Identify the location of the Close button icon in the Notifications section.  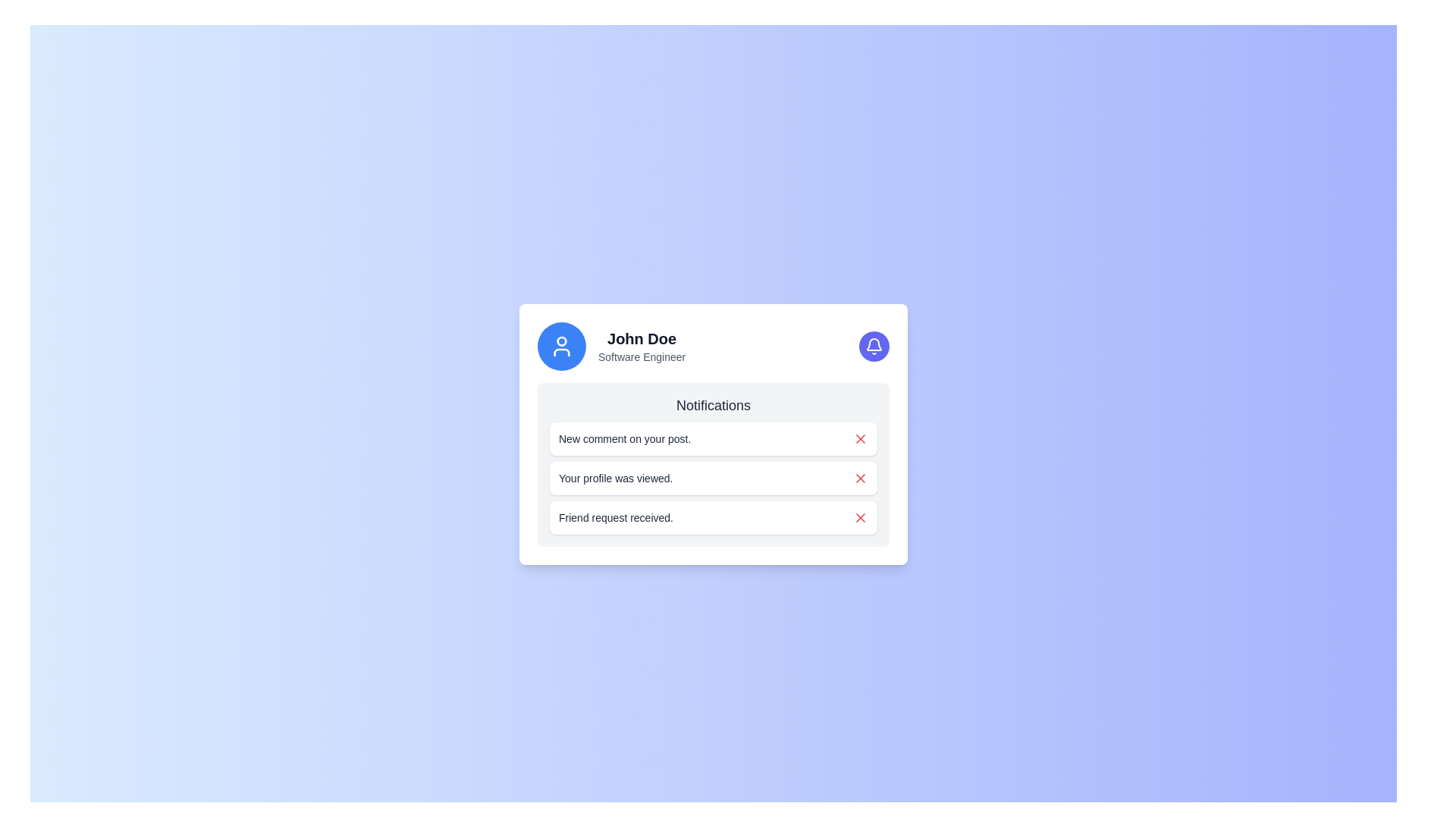
(860, 516).